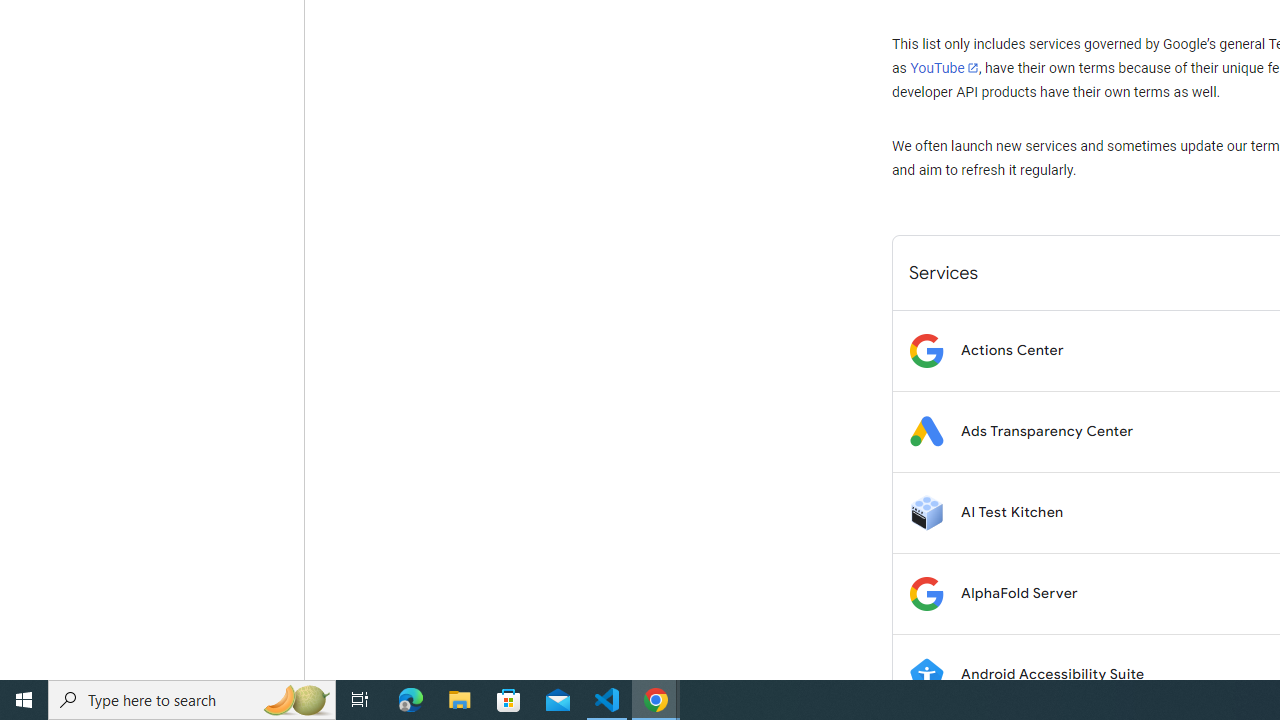 The height and width of the screenshot is (720, 1280). Describe the element at coordinates (943, 67) in the screenshot. I see `'YouTube'` at that location.